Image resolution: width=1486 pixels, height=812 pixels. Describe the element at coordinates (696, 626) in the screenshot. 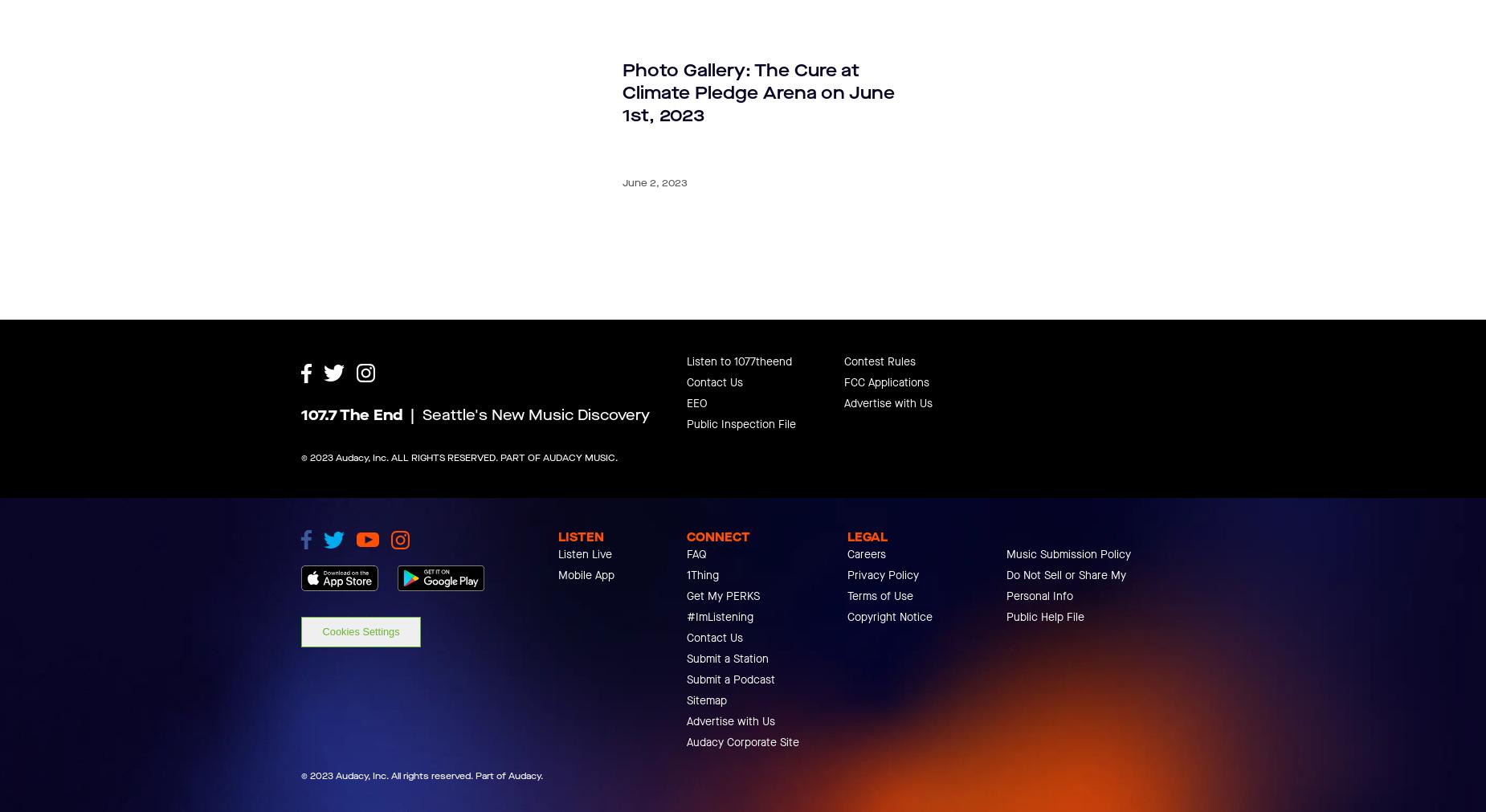

I see `'FAQ'` at that location.